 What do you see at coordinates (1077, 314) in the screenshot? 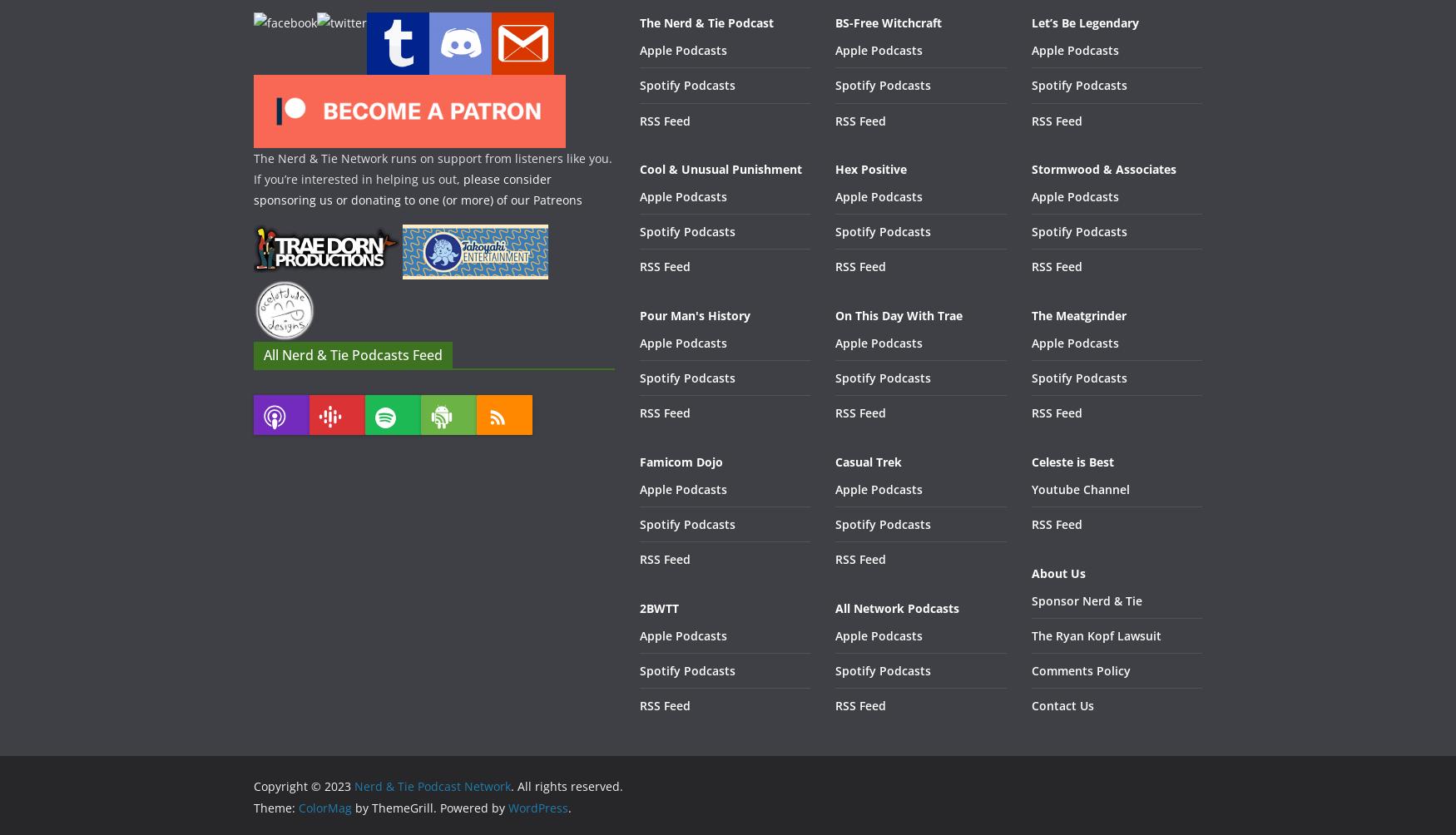
I see `'The Meatgrinder'` at bounding box center [1077, 314].